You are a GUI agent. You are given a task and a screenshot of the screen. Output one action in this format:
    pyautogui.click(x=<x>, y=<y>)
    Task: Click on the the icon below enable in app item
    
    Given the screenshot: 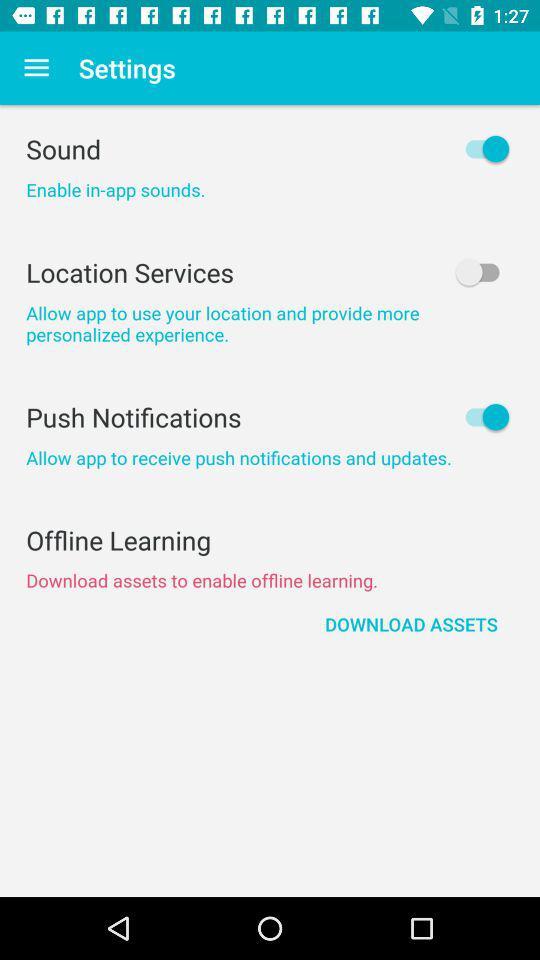 What is the action you would take?
    pyautogui.click(x=270, y=271)
    